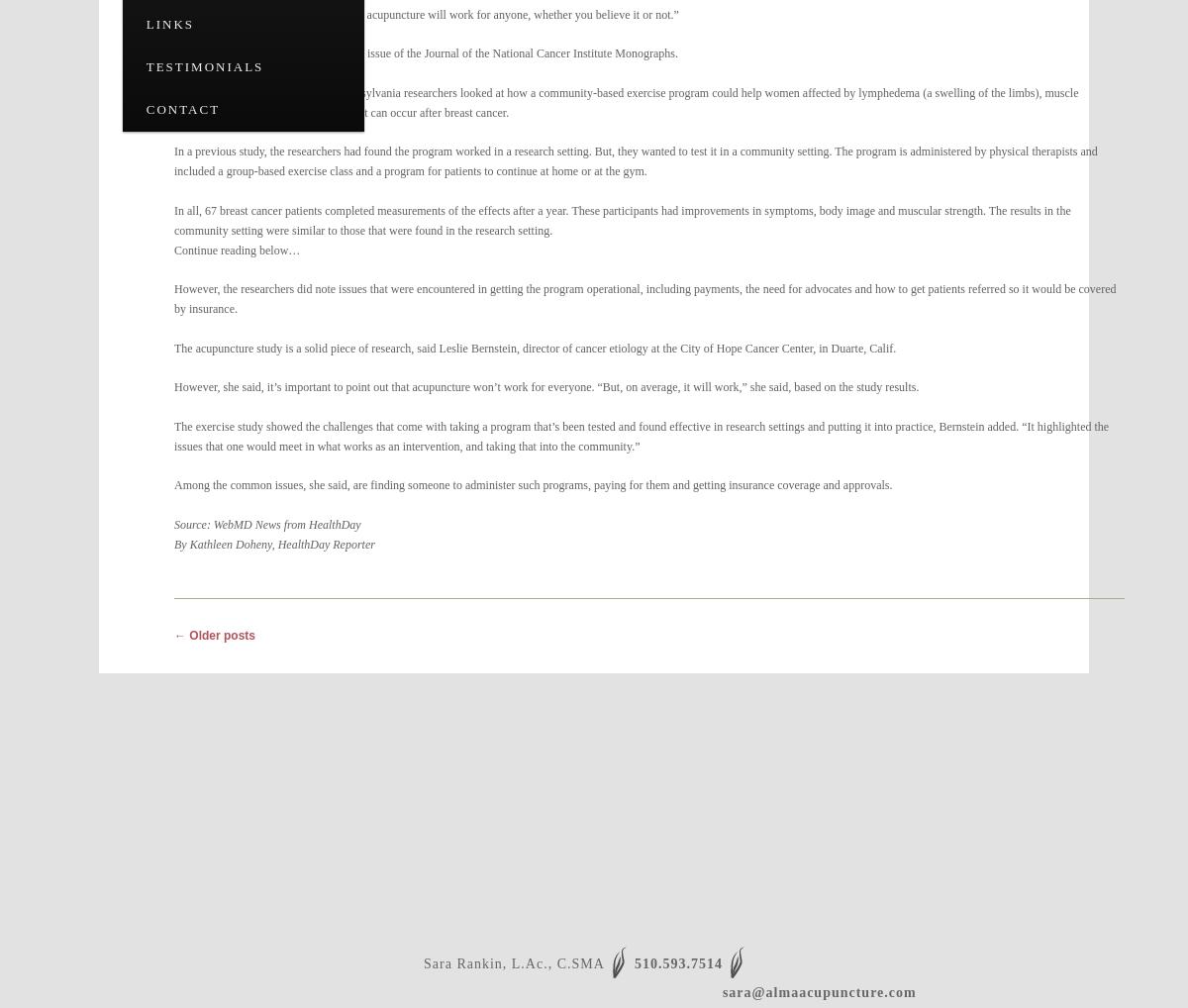 This screenshot has height=1008, width=1188. I want to click on 'What this means, Mao said, is that “real acupuncture will work for anyone, whether you believe it or not.”', so click(426, 13).